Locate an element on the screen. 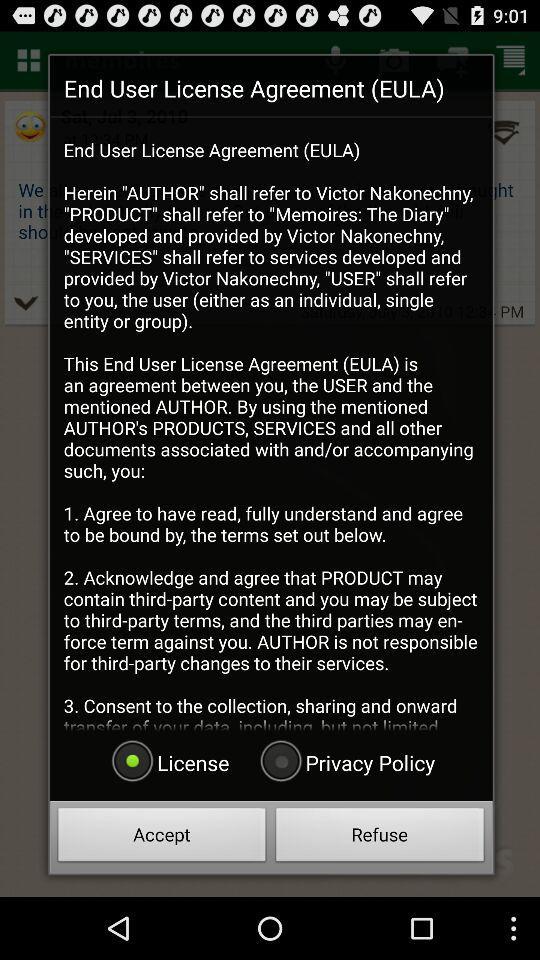  button above accept button is located at coordinates (344, 761).